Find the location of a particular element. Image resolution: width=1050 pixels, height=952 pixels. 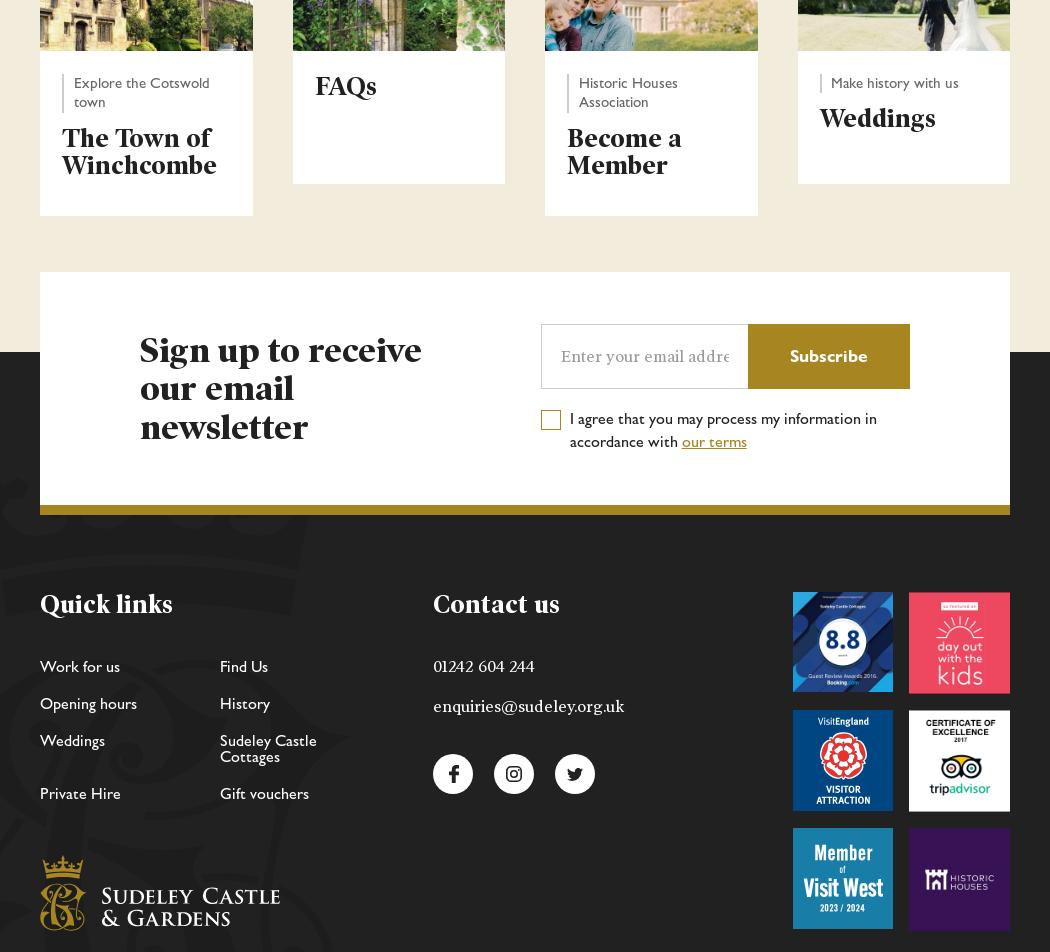

'Gift vouchers' is located at coordinates (218, 792).